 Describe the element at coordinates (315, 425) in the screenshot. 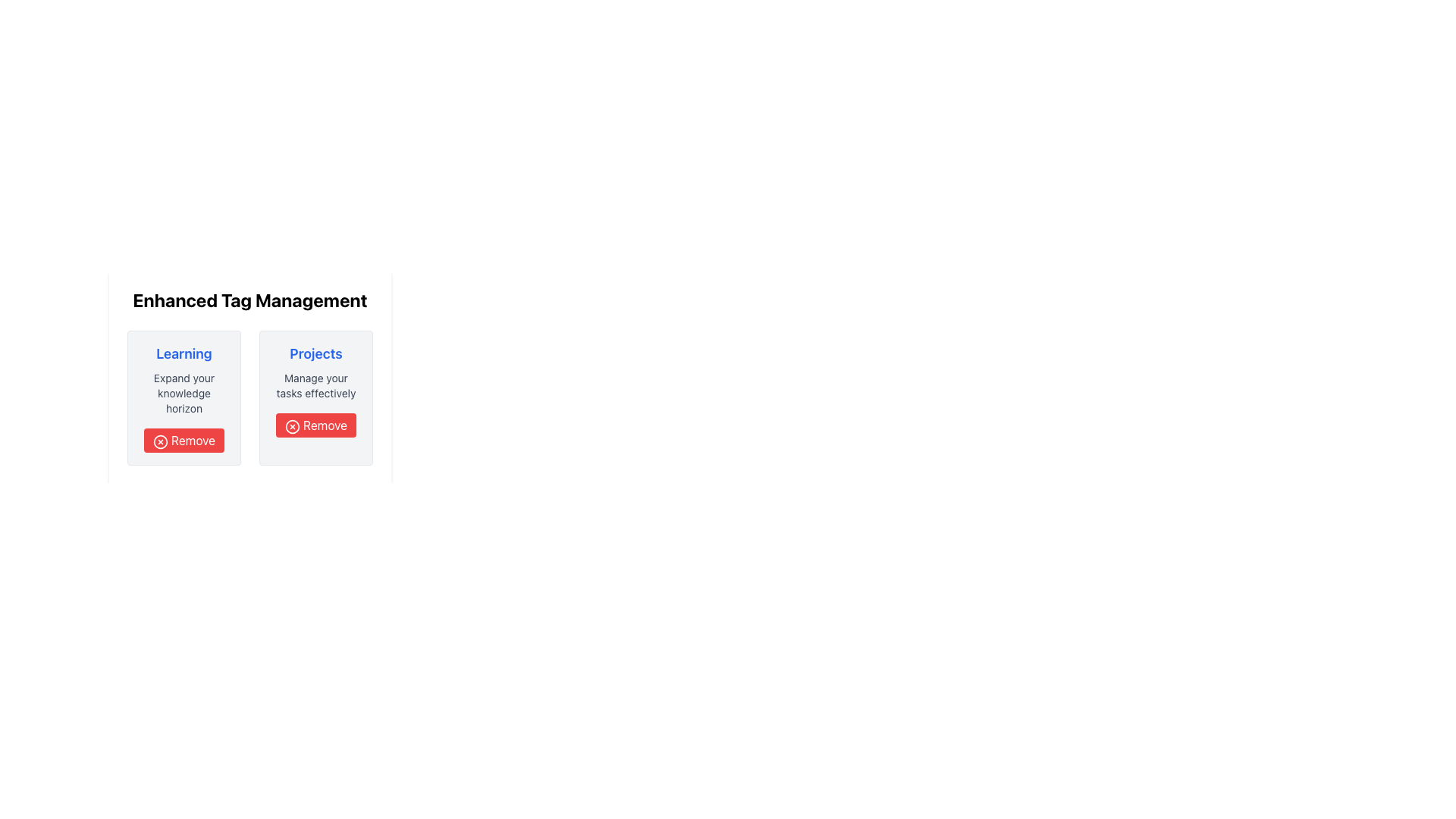

I see `the 'Remove' button with a red background and white text, located at the bottom of the 'Projects' section` at that location.